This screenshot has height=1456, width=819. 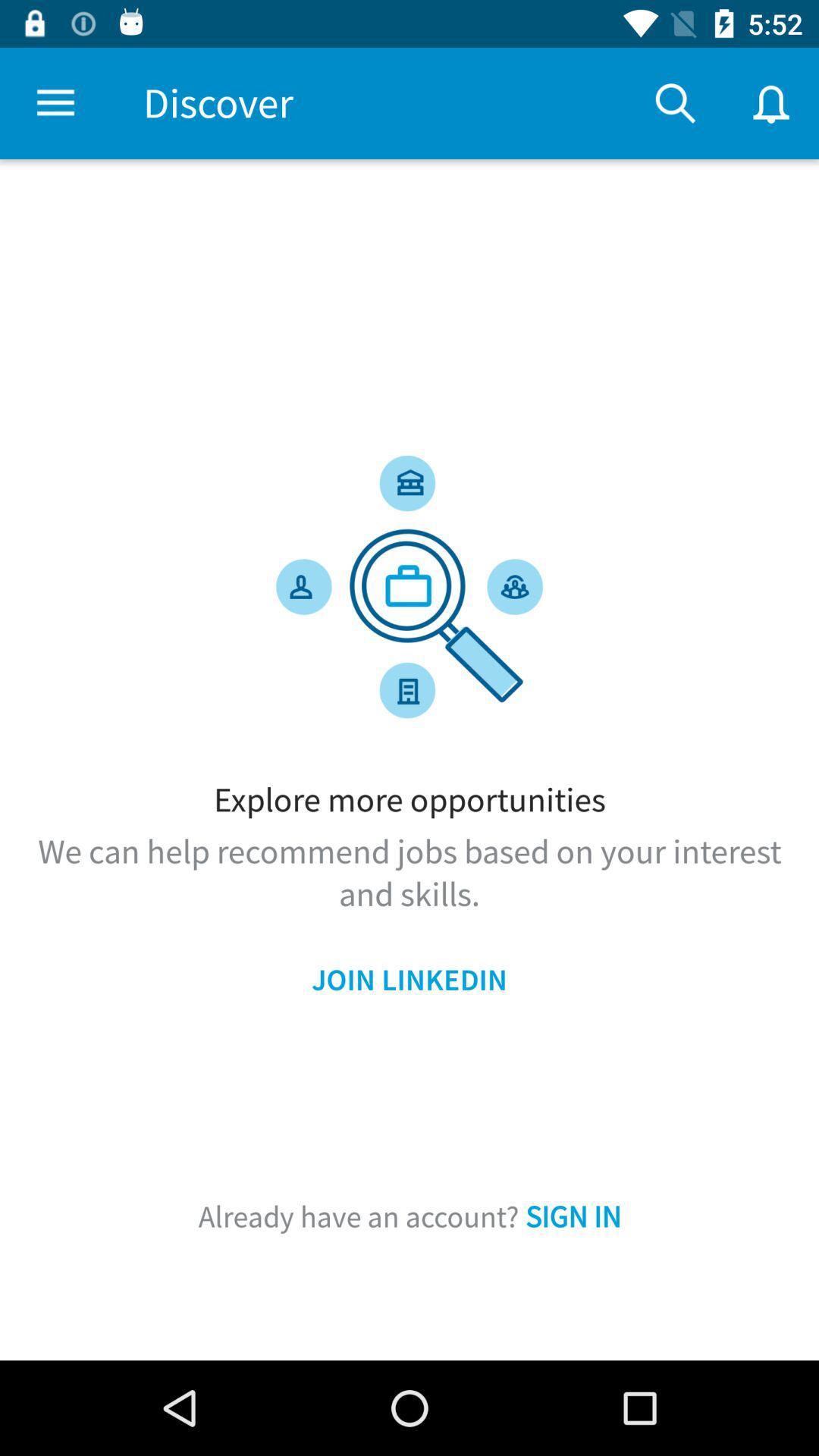 I want to click on the join linkedin icon, so click(x=409, y=980).